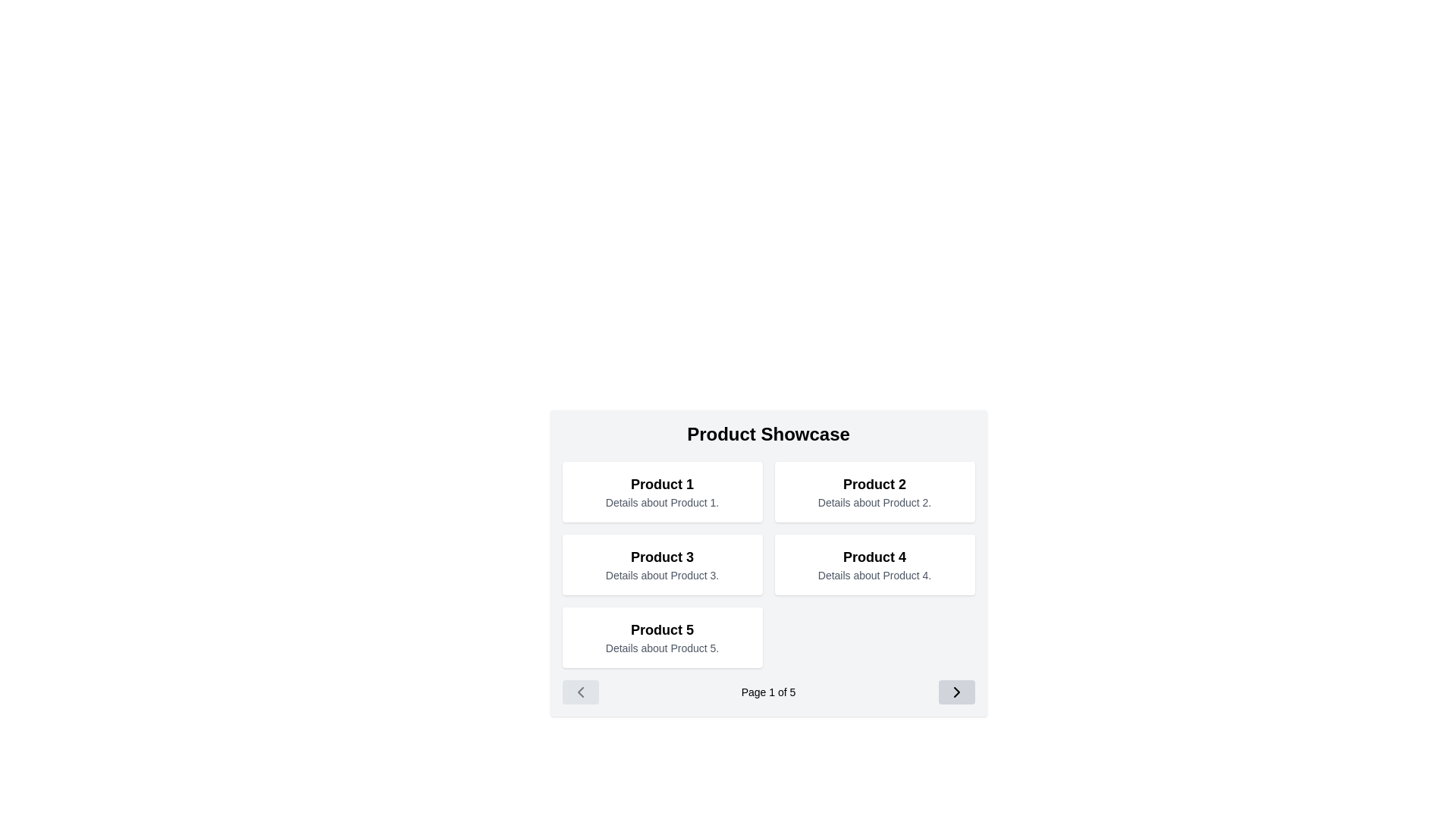 The width and height of the screenshot is (1456, 819). Describe the element at coordinates (579, 692) in the screenshot. I see `the left-pointing chevron icon button with a thin black outline and light-gray shade in the navigation bar to observe the hover effect` at that location.